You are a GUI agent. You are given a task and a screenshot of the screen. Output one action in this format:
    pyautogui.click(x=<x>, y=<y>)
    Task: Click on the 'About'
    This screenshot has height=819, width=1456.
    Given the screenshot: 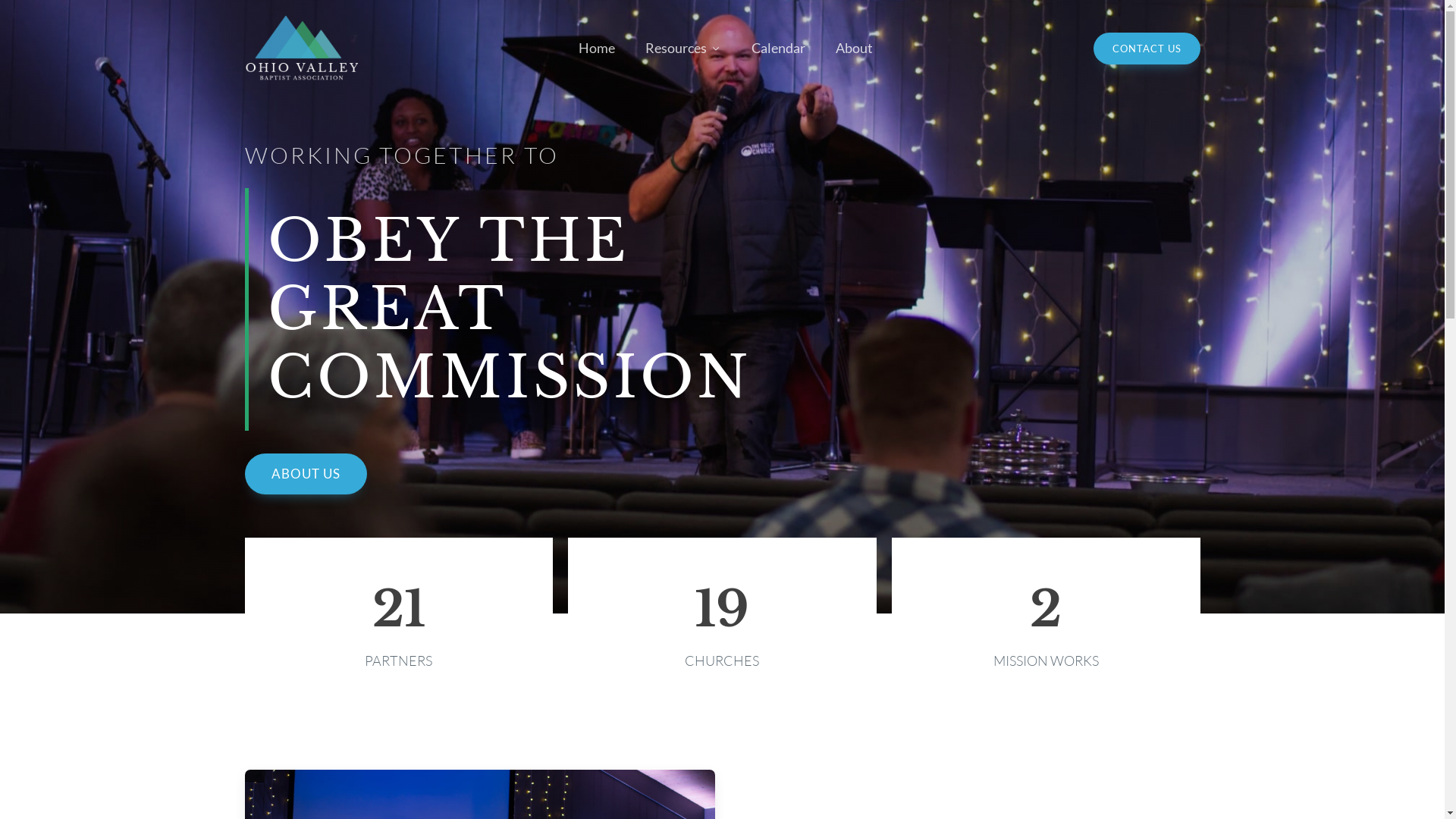 What is the action you would take?
    pyautogui.click(x=854, y=47)
    